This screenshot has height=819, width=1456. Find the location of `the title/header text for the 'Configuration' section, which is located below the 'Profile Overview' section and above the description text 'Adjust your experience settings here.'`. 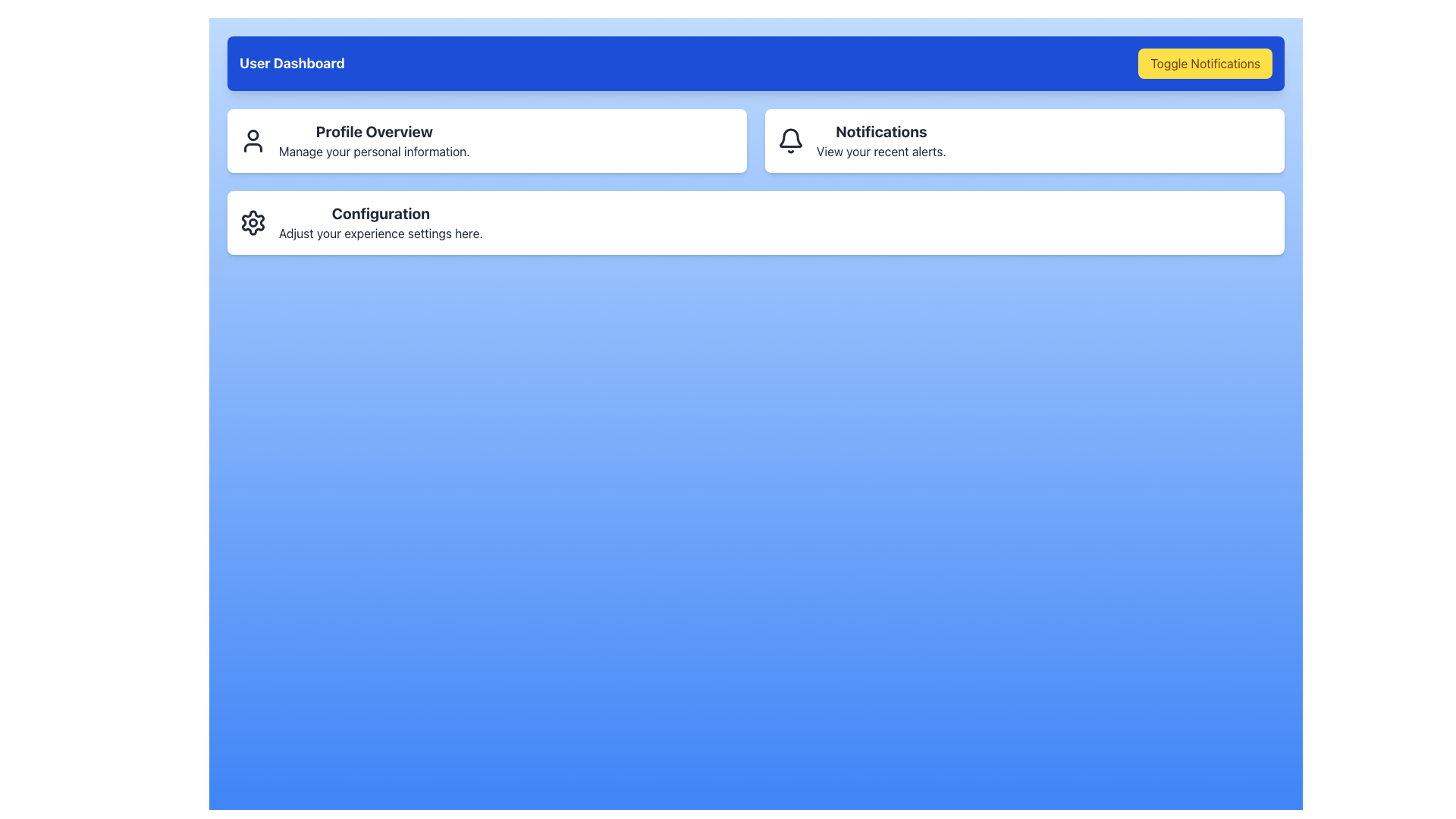

the title/header text for the 'Configuration' section, which is located below the 'Profile Overview' section and above the description text 'Adjust your experience settings here.' is located at coordinates (381, 213).